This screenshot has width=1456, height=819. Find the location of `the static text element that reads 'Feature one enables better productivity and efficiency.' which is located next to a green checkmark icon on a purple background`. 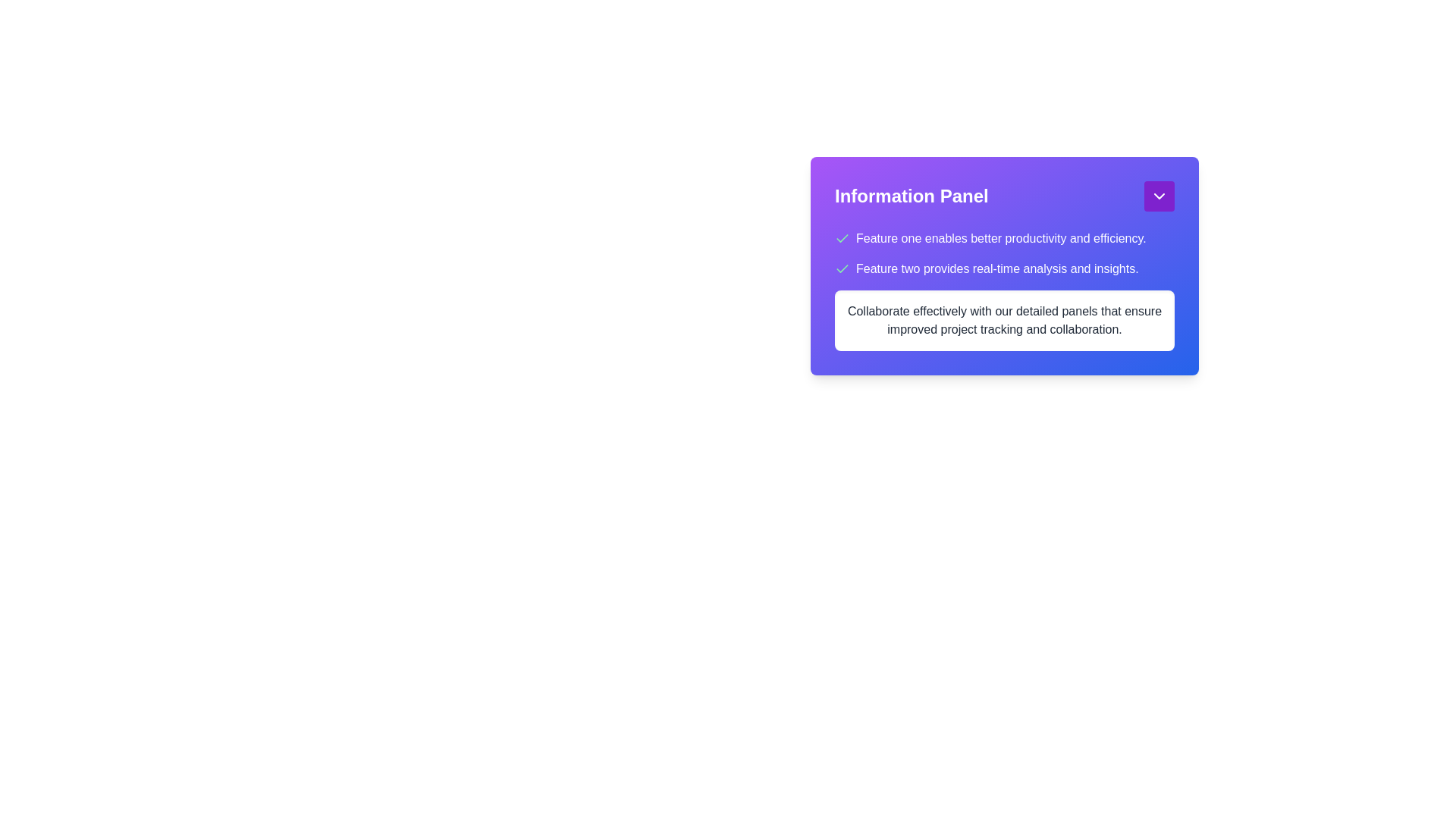

the static text element that reads 'Feature one enables better productivity and efficiency.' which is located next to a green checkmark icon on a purple background is located at coordinates (1001, 239).